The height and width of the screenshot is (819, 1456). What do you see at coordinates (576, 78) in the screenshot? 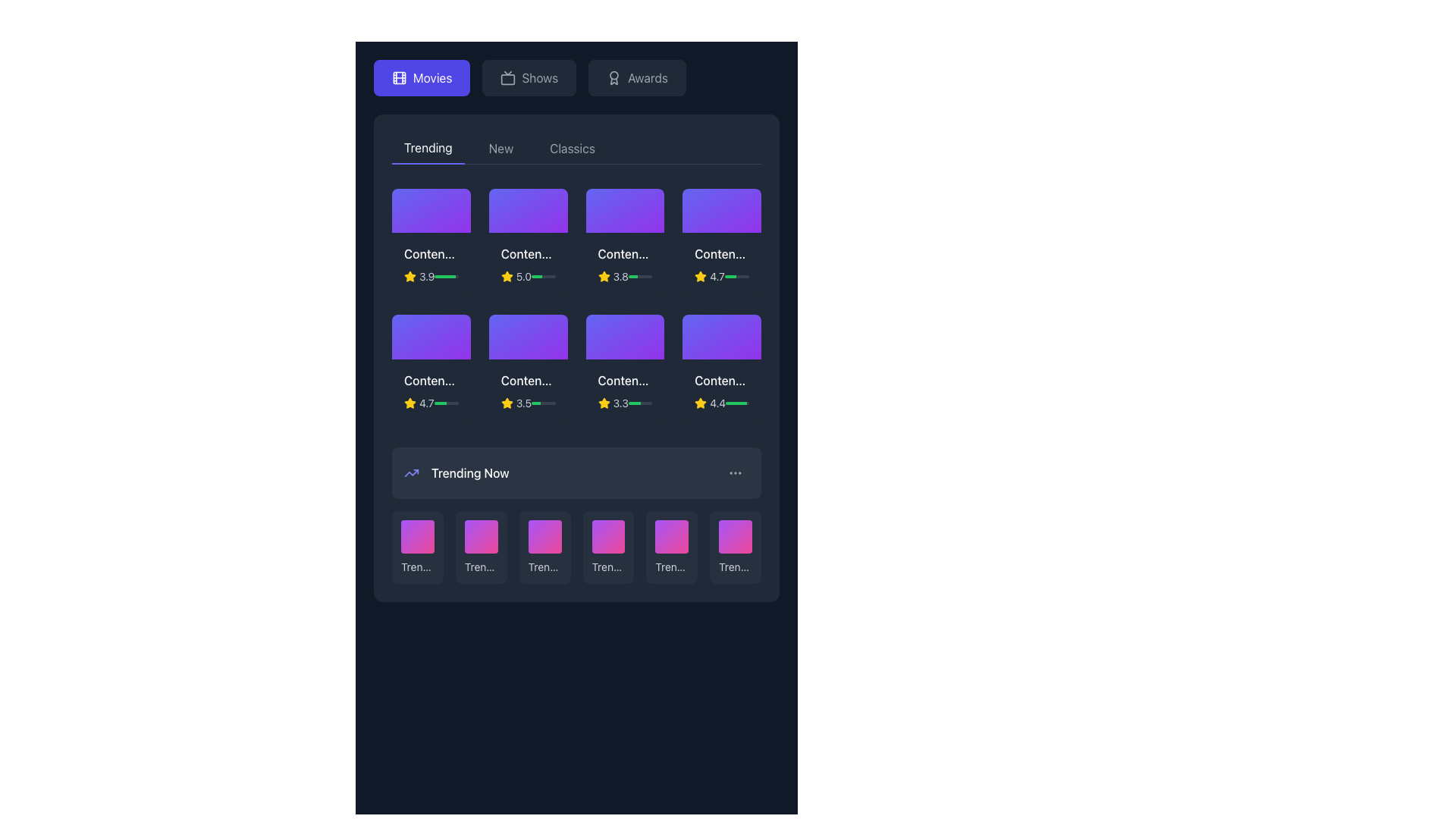
I see `the 'Shows' button, which is the second button in a horizontal stack of three buttons near the top of the page` at bounding box center [576, 78].